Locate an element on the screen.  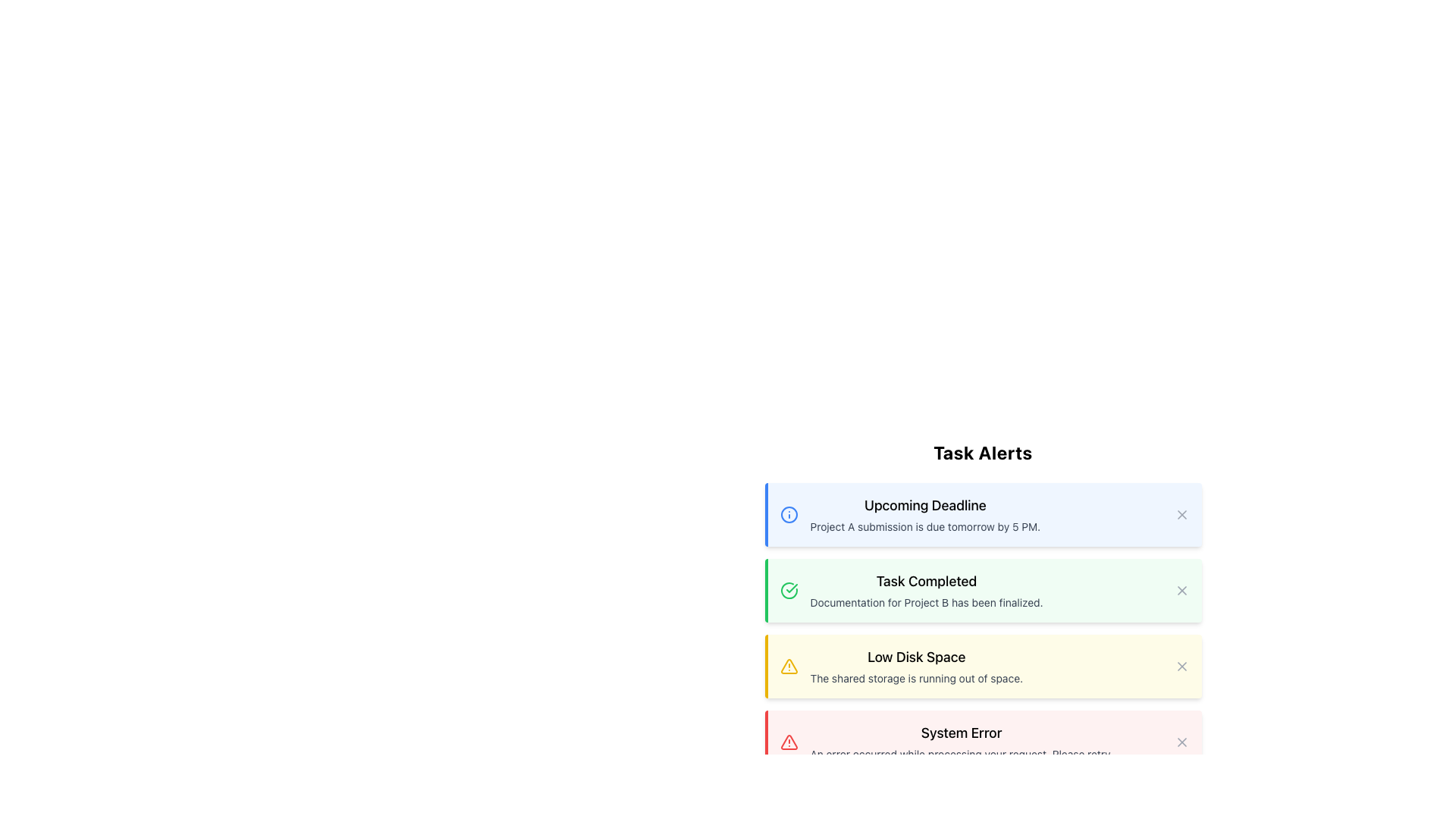
the title text label of the error message box, which indicates an issue or problem to the user, located at the bottom of the vertical list of alert boxes is located at coordinates (960, 733).